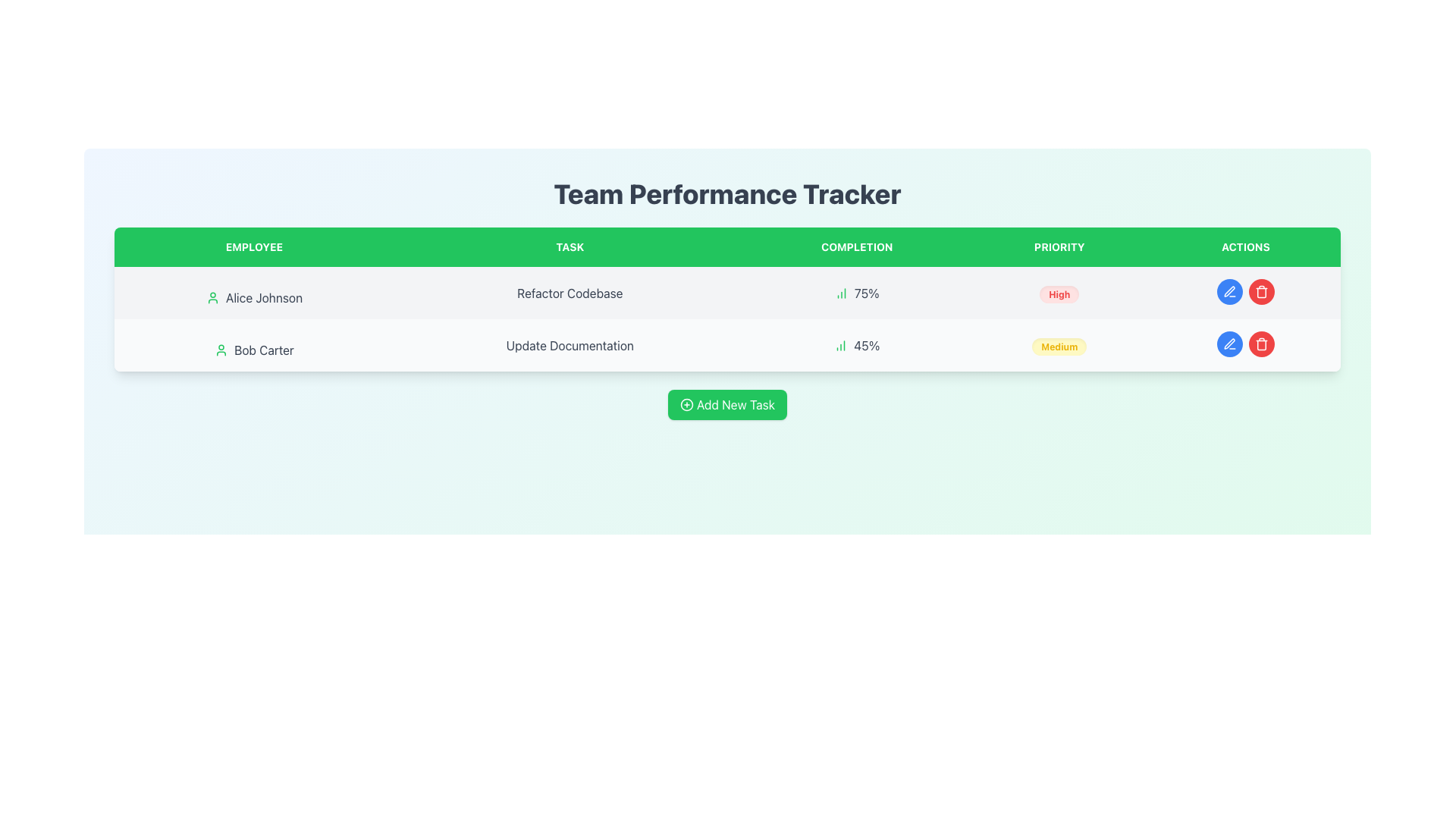 The height and width of the screenshot is (819, 1456). What do you see at coordinates (1059, 294) in the screenshot?
I see `the 'High' label in the 'Priority' column, which is styled with bold red text on a light red background and emphasizes urgency` at bounding box center [1059, 294].